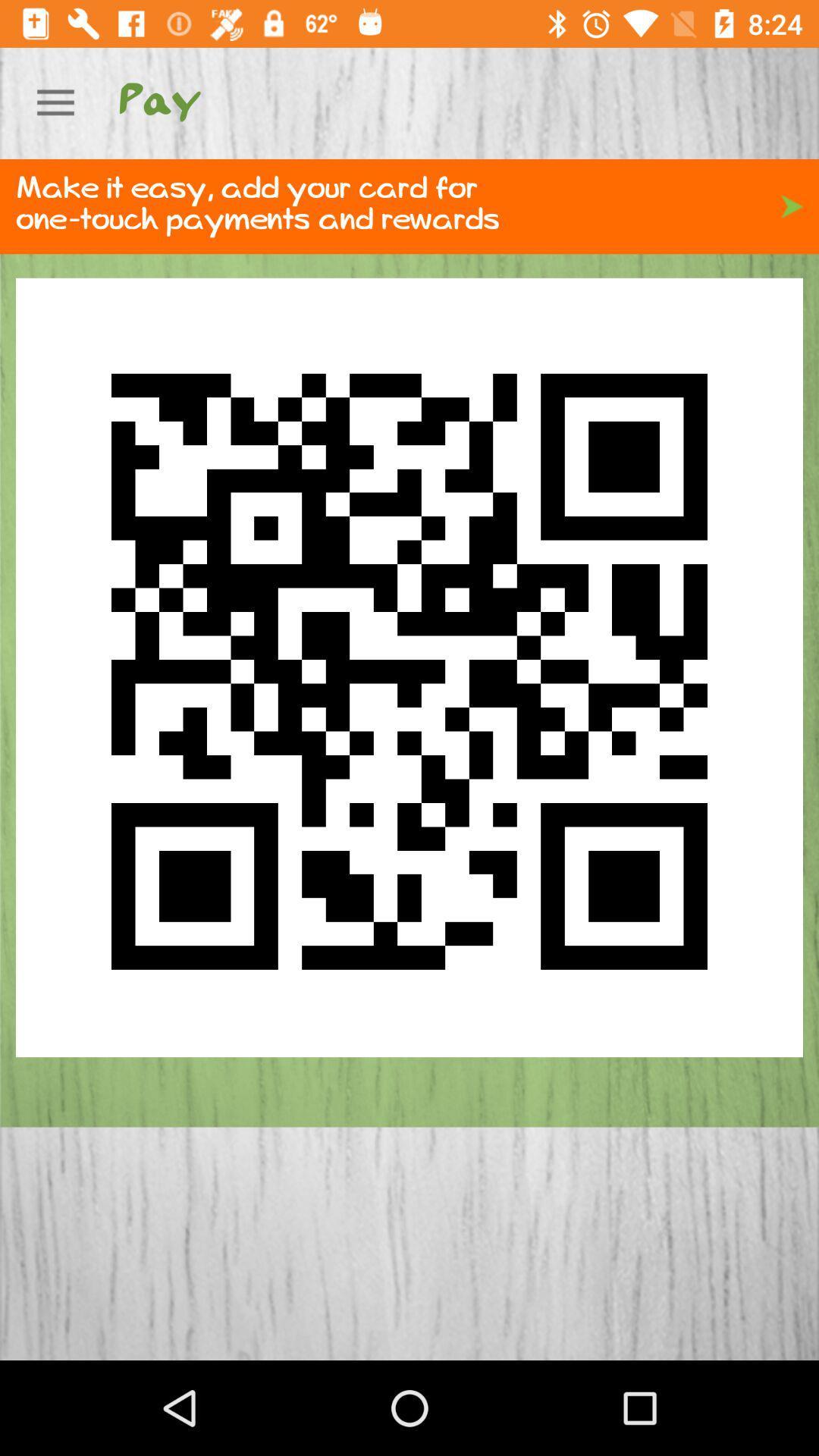  Describe the element at coordinates (409, 206) in the screenshot. I see `make it easy item` at that location.